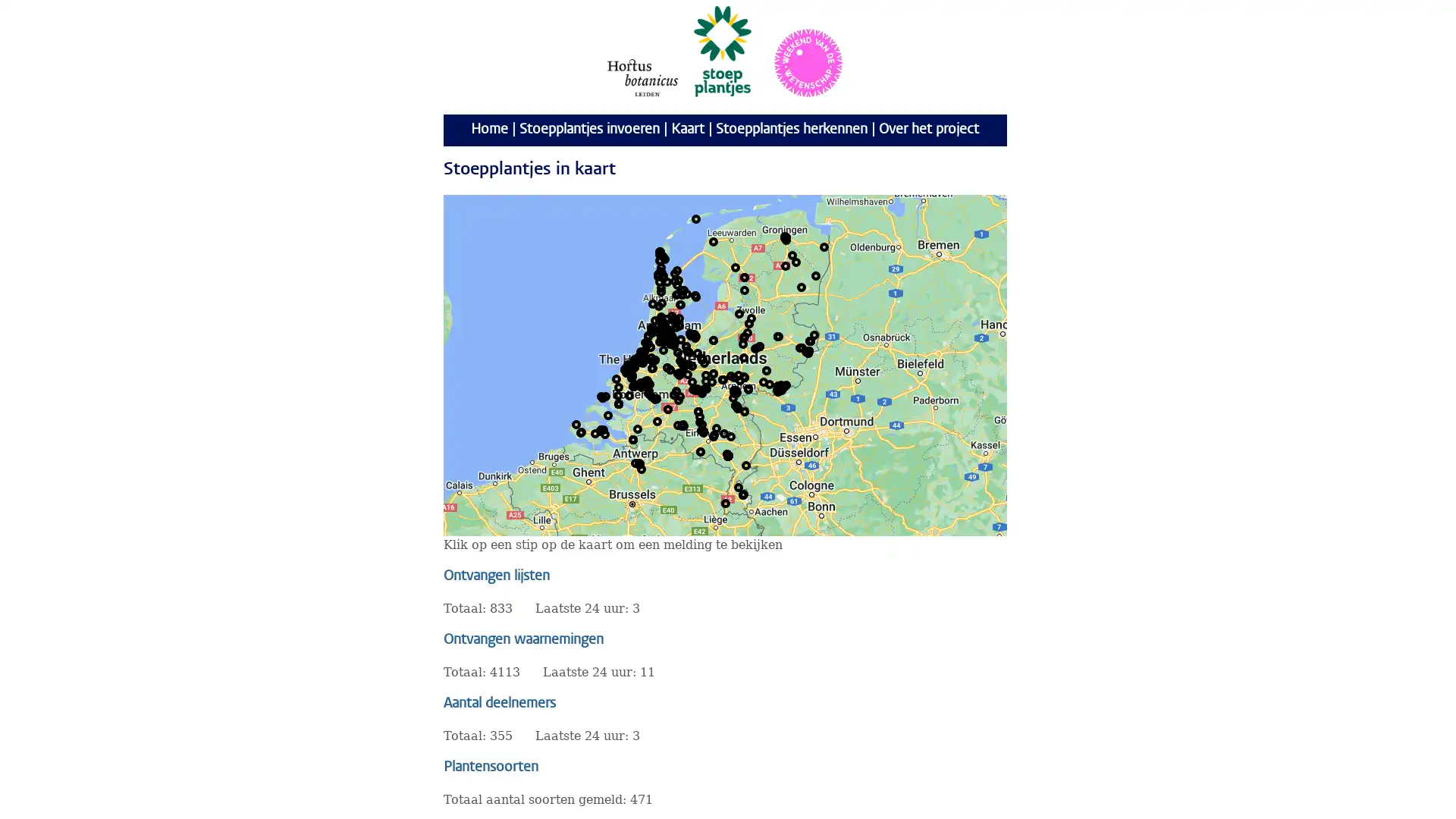 This screenshot has height=819, width=1456. What do you see at coordinates (634, 359) in the screenshot?
I see `Telling van Annette op 28 mei 2022` at bounding box center [634, 359].